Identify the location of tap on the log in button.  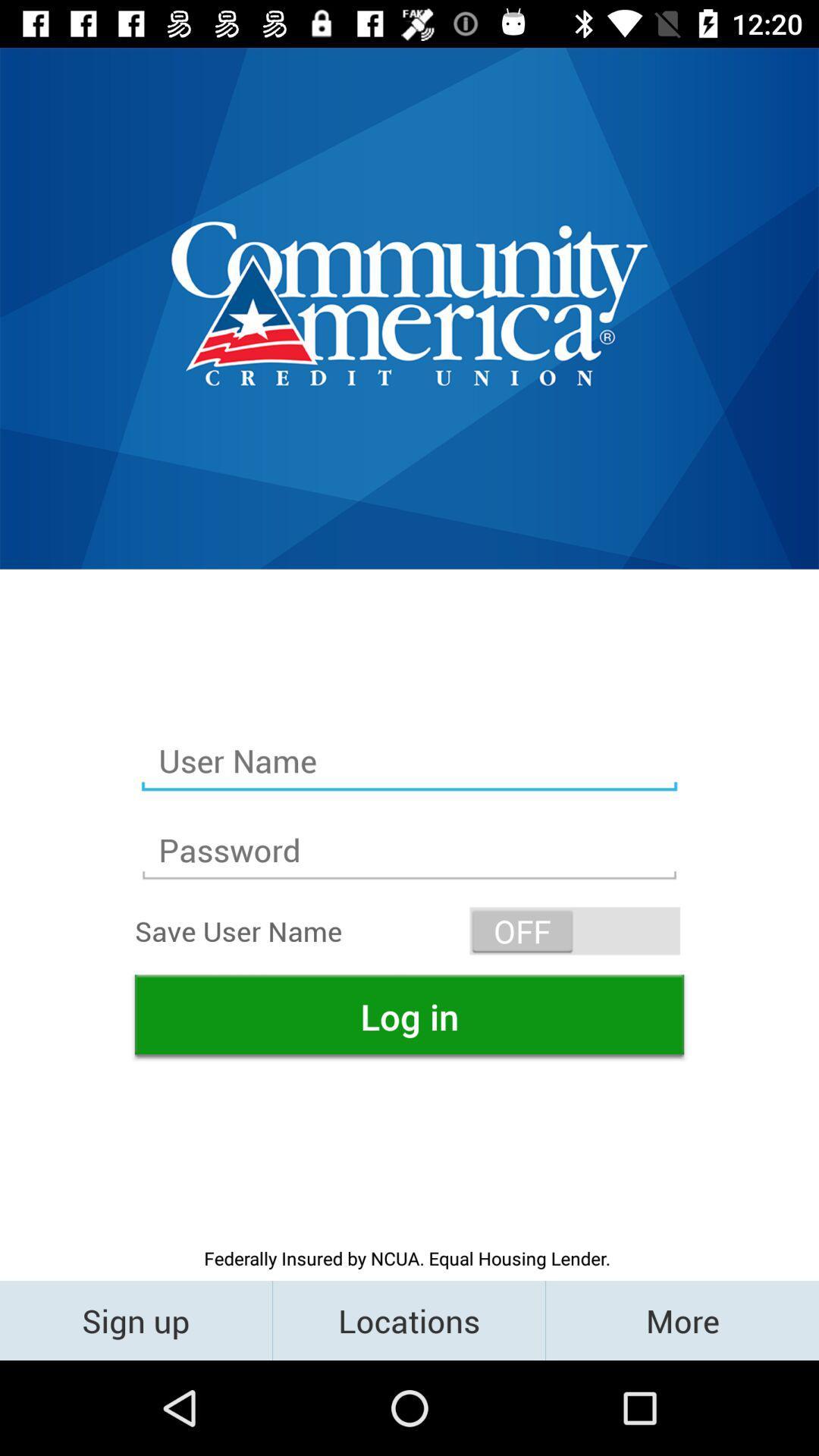
(409, 1016).